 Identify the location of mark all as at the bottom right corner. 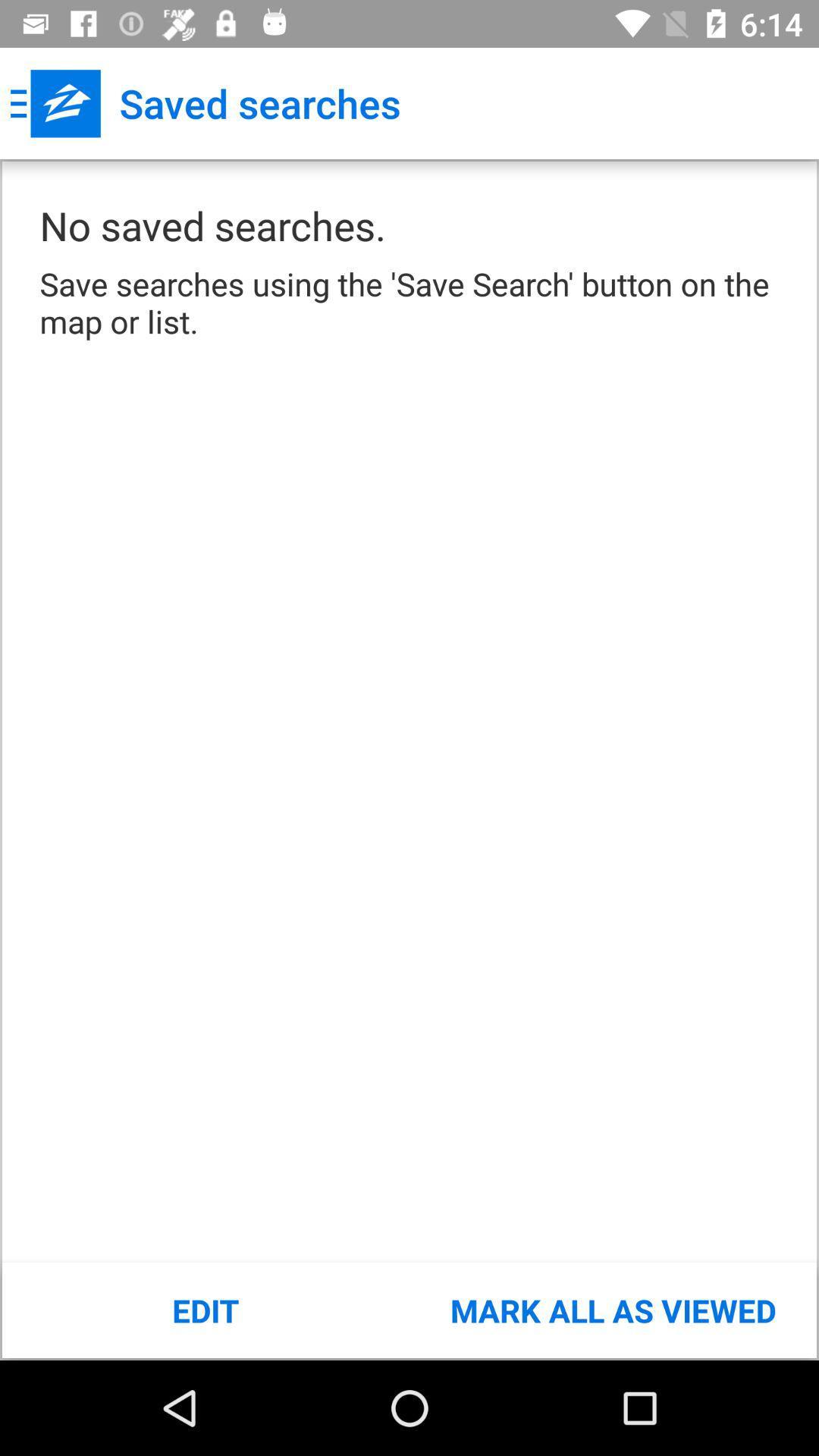
(612, 1310).